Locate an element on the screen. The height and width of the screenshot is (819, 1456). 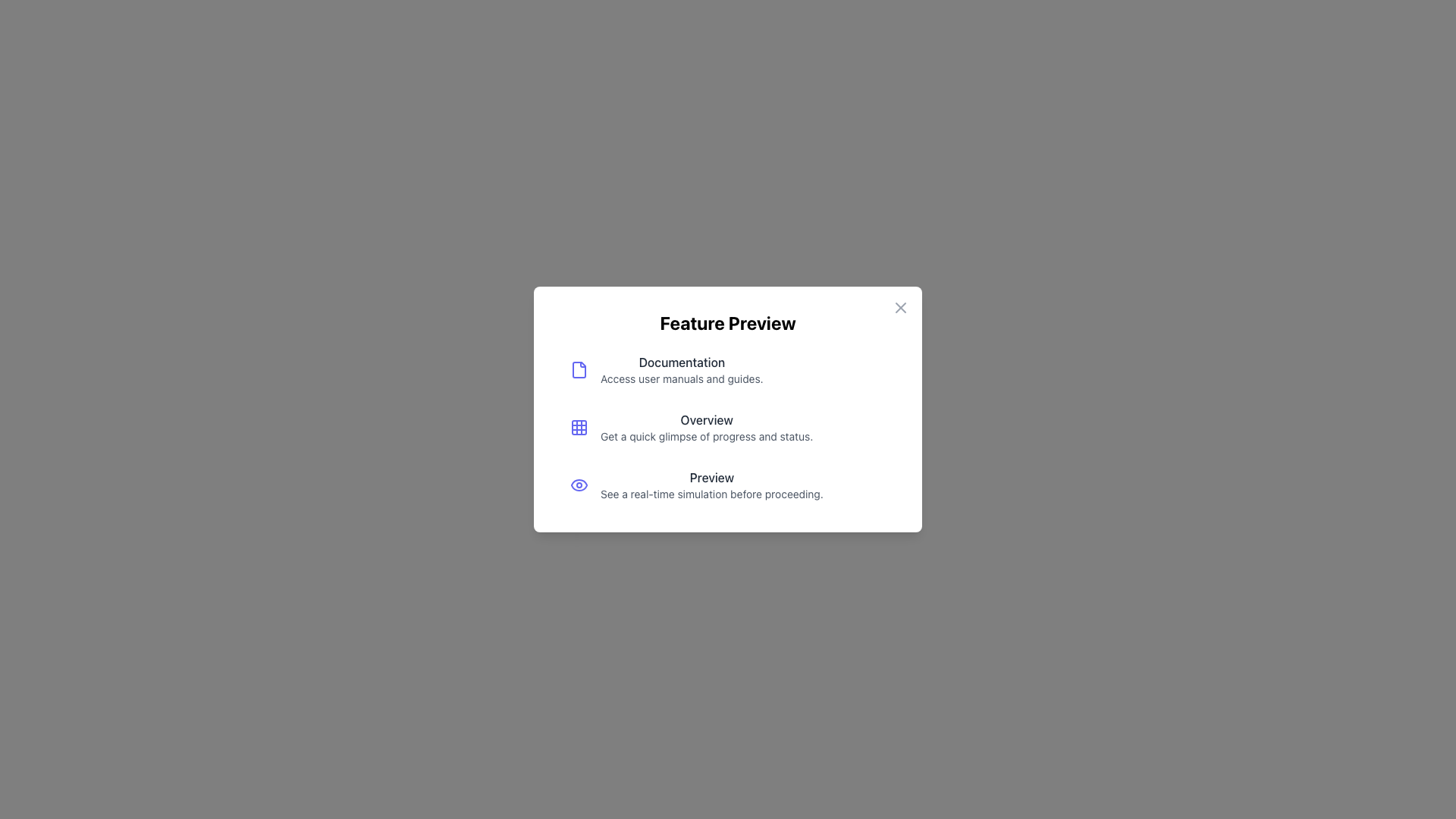
the third list item in the modal dialog box, which features an indigo eye-shaped icon and bold text titled 'Preview' is located at coordinates (728, 485).